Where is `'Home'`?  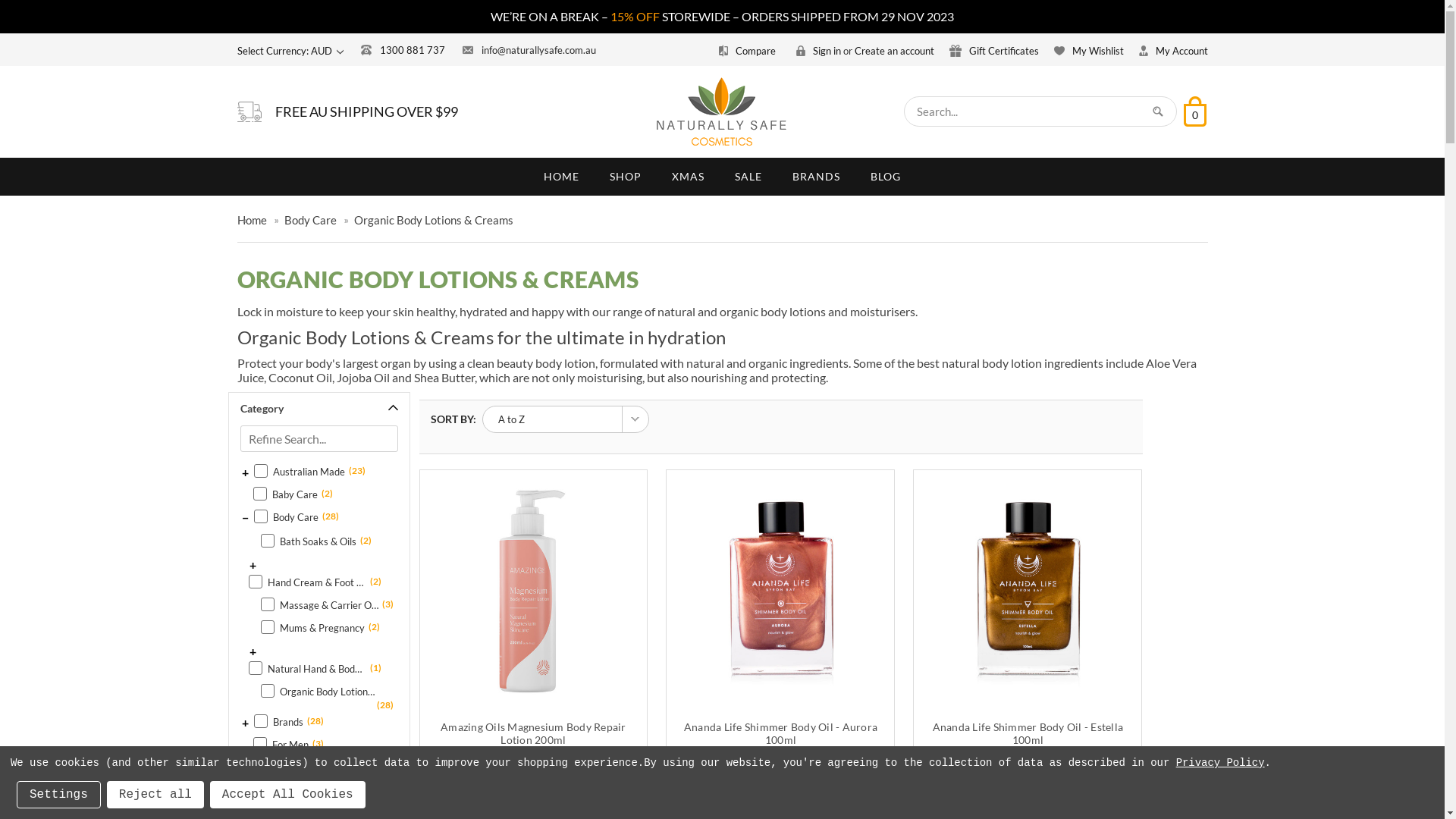 'Home' is located at coordinates (251, 219).